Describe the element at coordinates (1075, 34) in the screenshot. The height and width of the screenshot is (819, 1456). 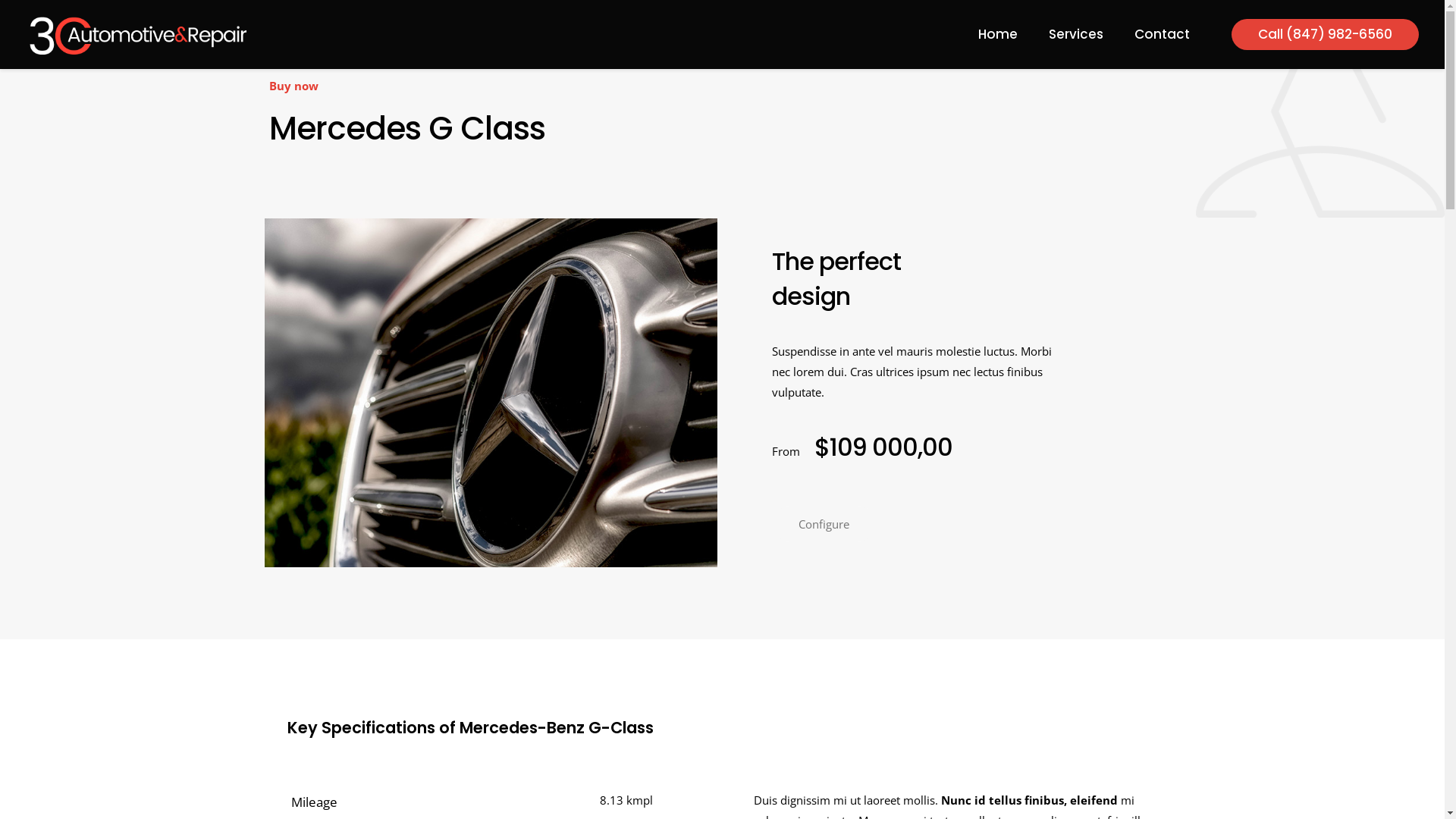
I see `'Services'` at that location.